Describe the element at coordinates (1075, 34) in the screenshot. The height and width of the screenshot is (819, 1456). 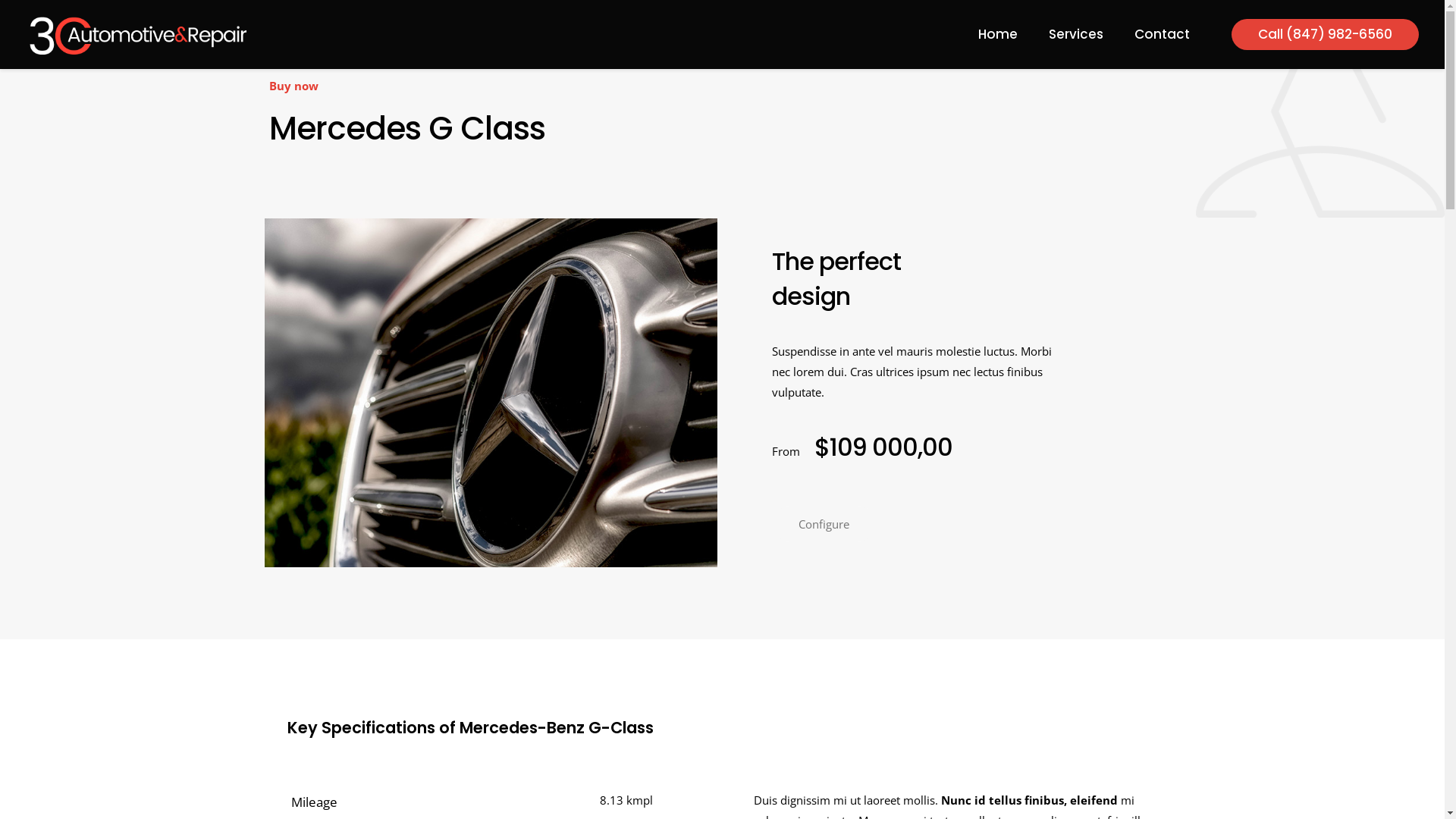
I see `'Services'` at that location.